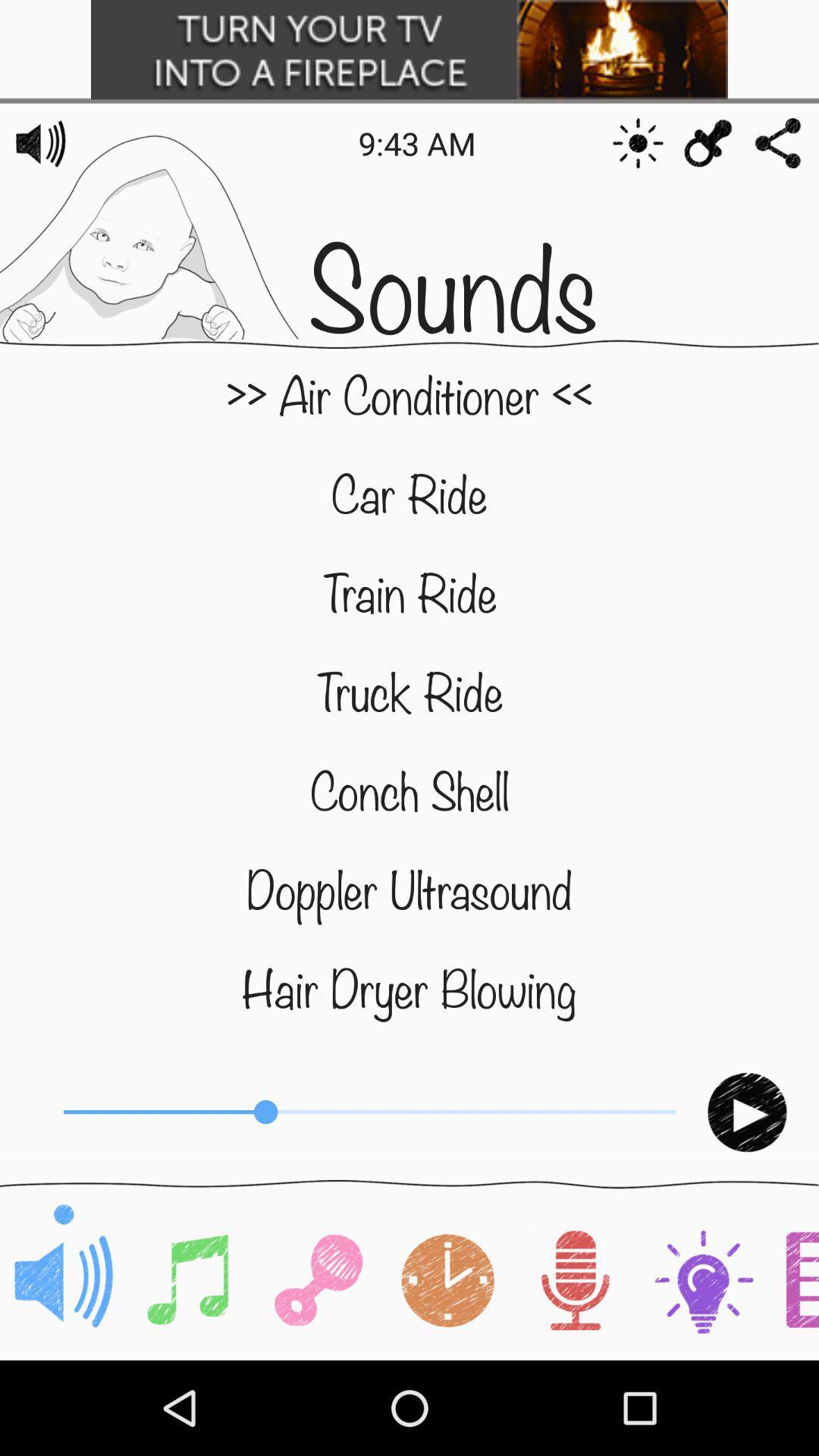  I want to click on the share icon, so click(778, 143).